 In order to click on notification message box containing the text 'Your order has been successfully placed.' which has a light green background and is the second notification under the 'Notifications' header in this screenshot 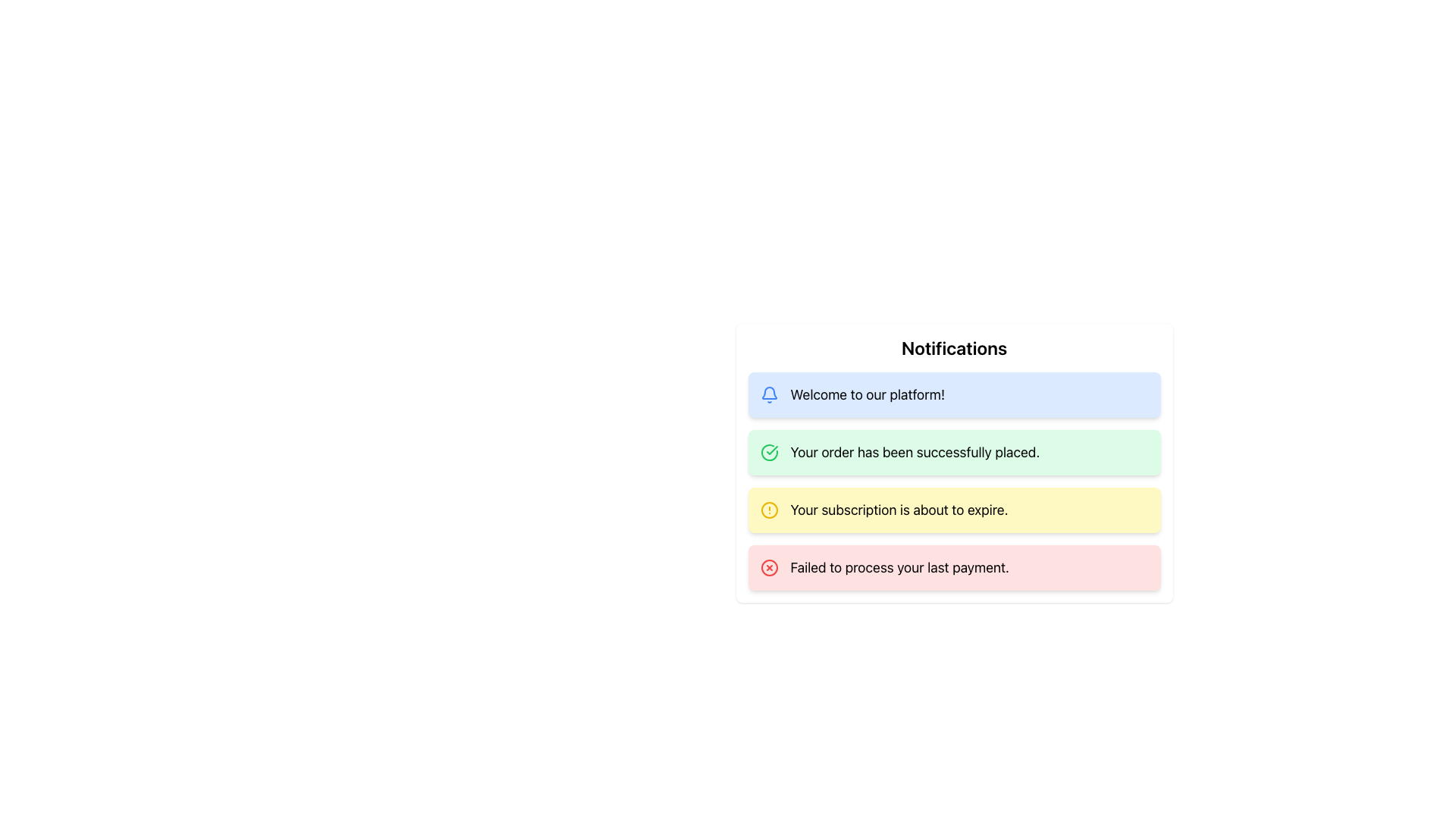, I will do `click(953, 462)`.